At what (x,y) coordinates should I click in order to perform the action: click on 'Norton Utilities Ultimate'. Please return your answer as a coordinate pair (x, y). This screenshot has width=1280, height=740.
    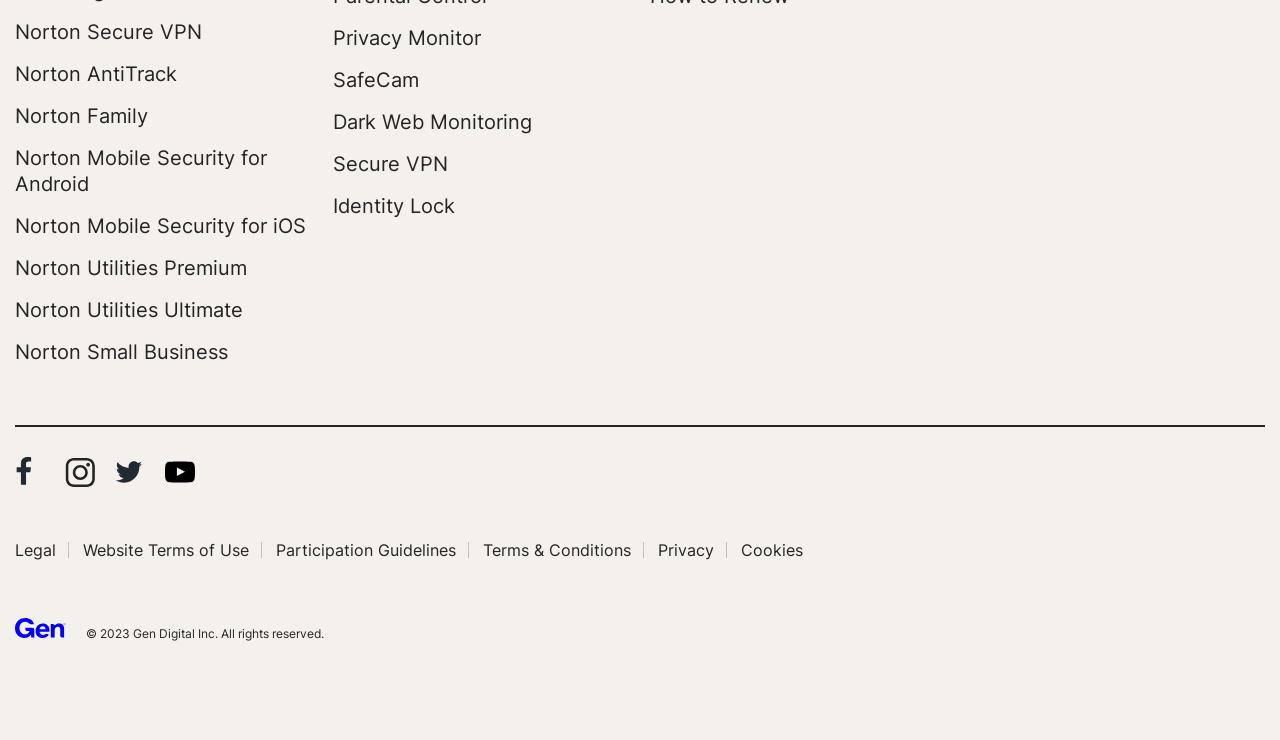
    Looking at the image, I should click on (14, 308).